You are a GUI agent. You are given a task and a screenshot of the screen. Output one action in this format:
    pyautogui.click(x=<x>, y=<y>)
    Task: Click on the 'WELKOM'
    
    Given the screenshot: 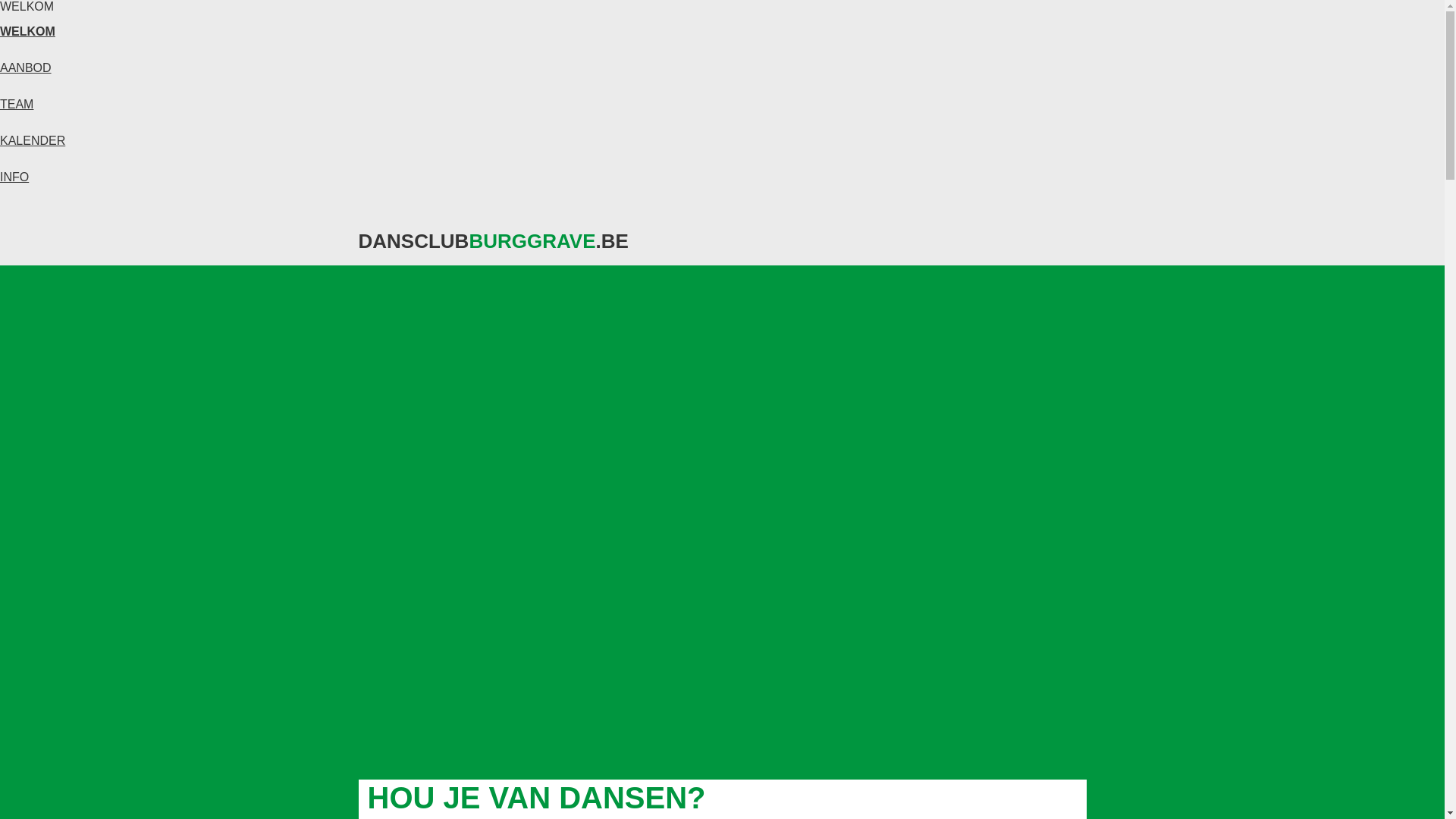 What is the action you would take?
    pyautogui.click(x=27, y=31)
    